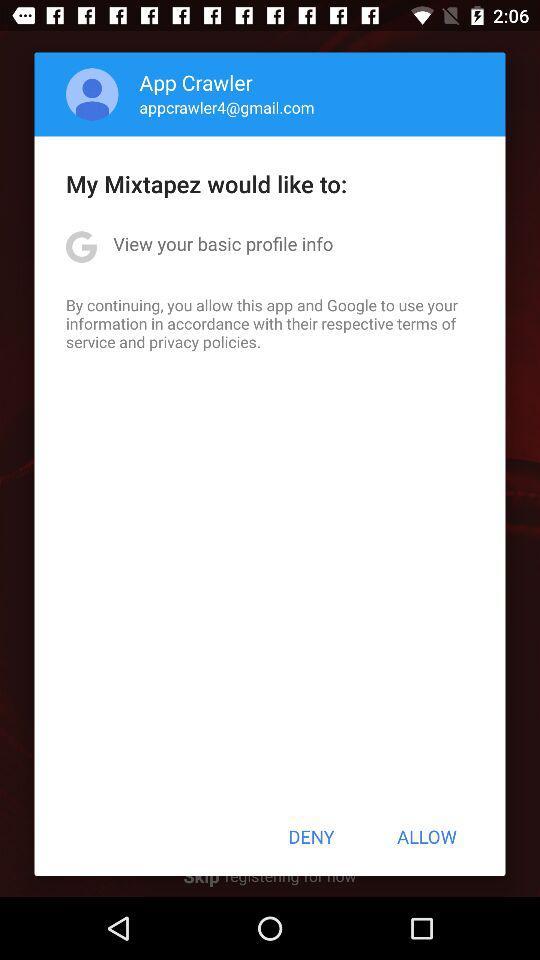 Image resolution: width=540 pixels, height=960 pixels. What do you see at coordinates (222, 242) in the screenshot?
I see `item above the by continuing you` at bounding box center [222, 242].